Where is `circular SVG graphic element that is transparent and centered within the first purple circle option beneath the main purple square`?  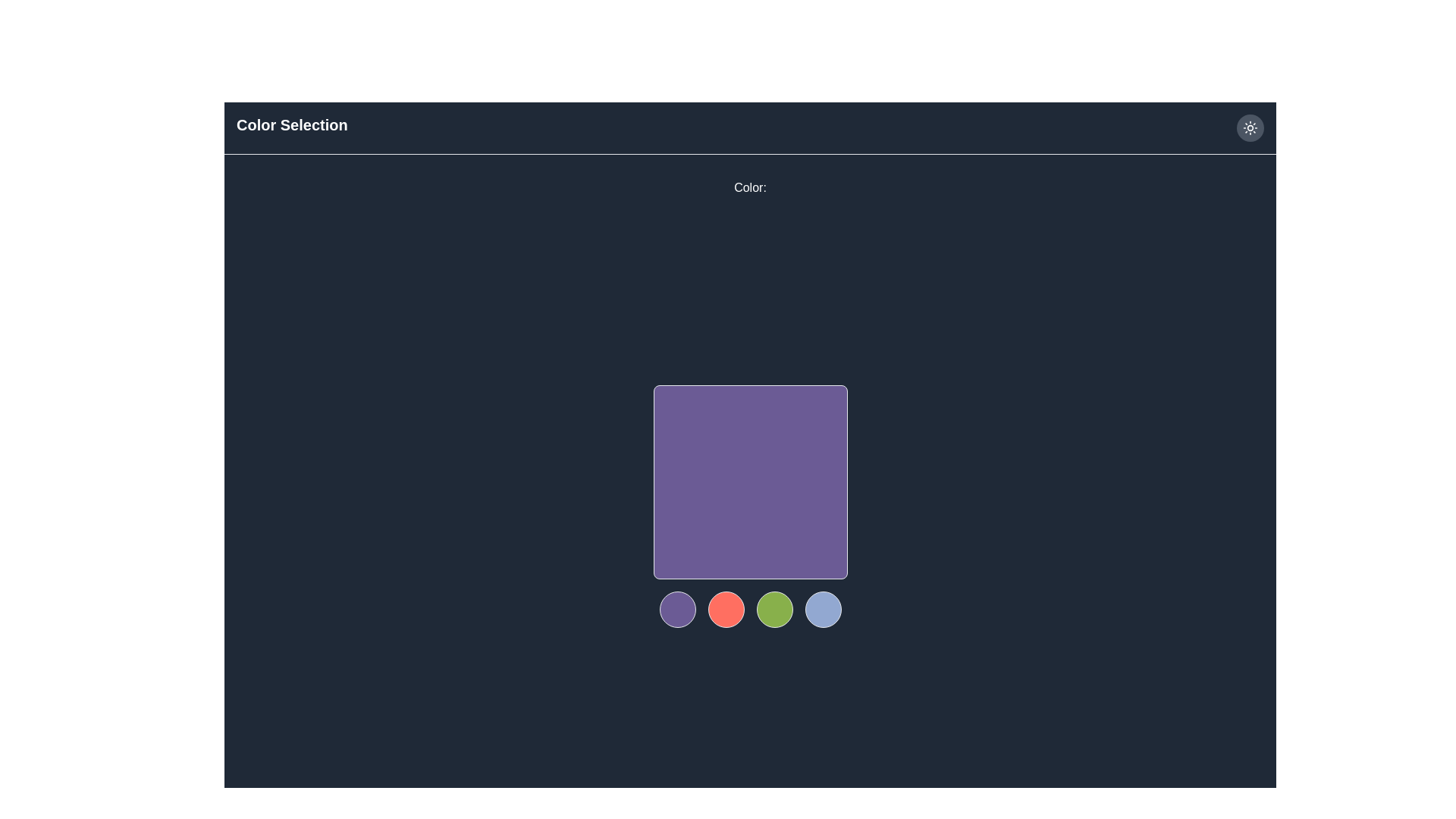
circular SVG graphic element that is transparent and centered within the first purple circle option beneath the main purple square is located at coordinates (667, 608).